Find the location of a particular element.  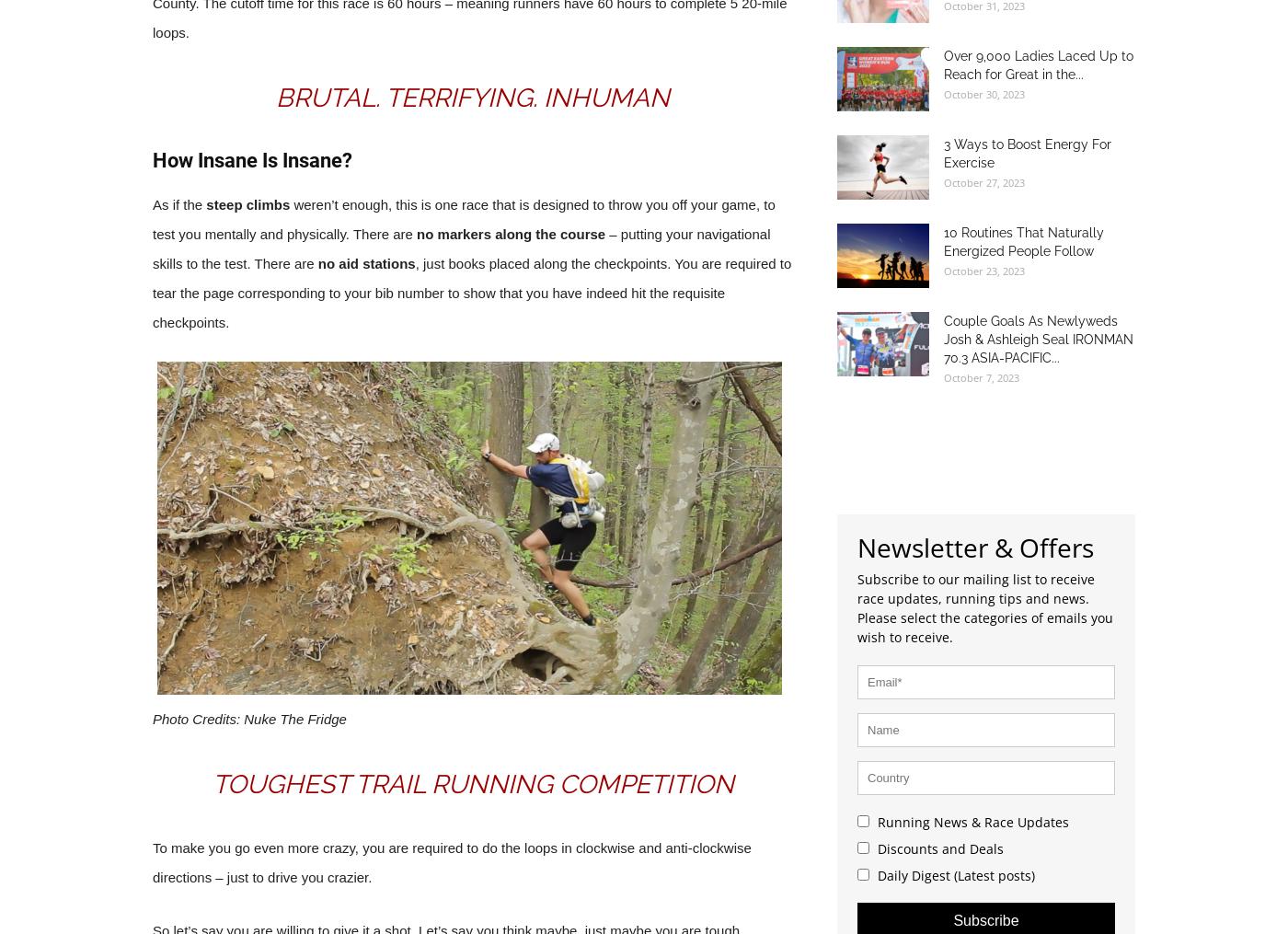

'– putting your navigational skills to the test. There are' is located at coordinates (153, 248).